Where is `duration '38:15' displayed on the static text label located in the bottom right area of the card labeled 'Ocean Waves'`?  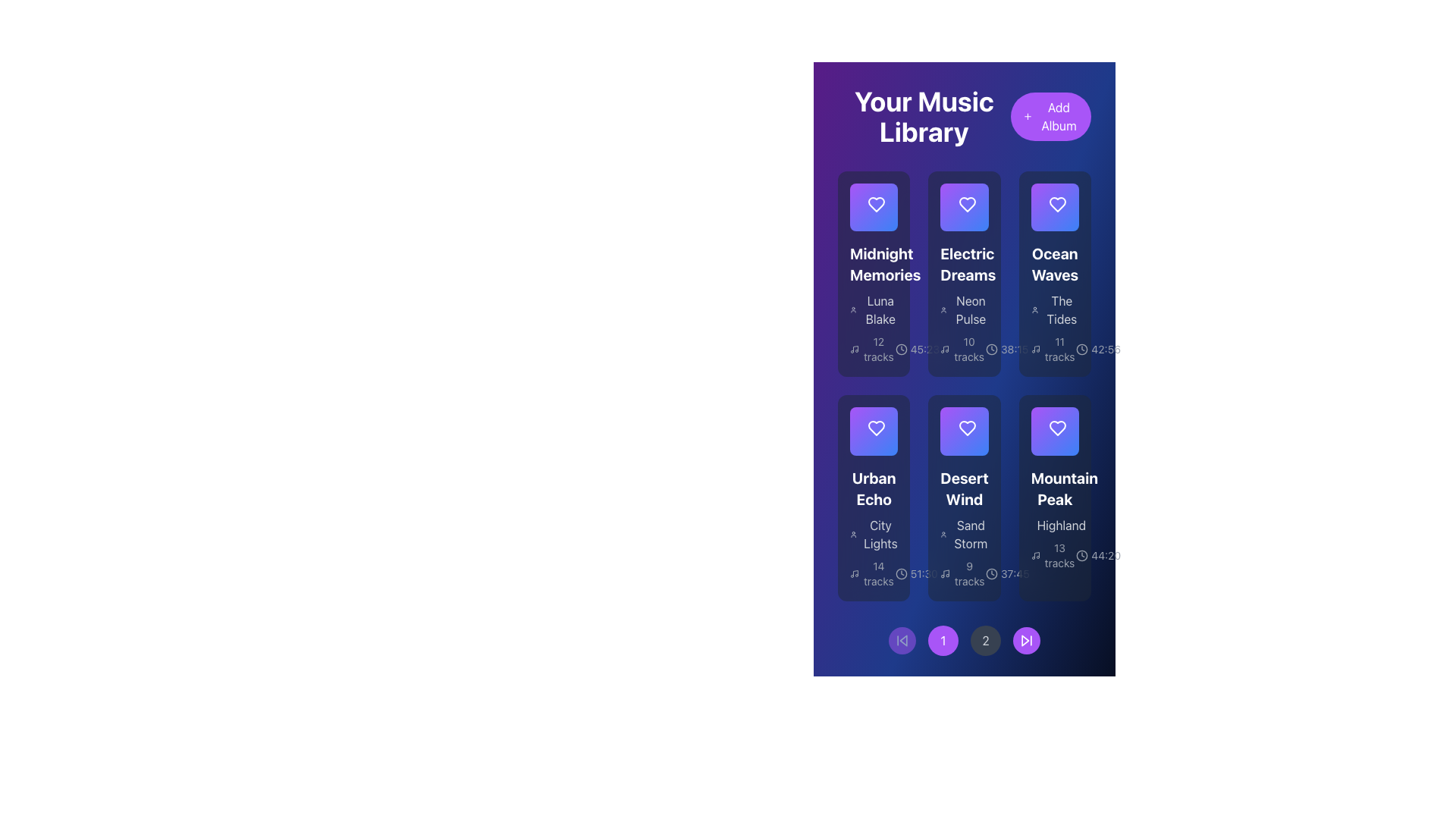 duration '38:15' displayed on the static text label located in the bottom right area of the card labeled 'Ocean Waves' is located at coordinates (1015, 350).